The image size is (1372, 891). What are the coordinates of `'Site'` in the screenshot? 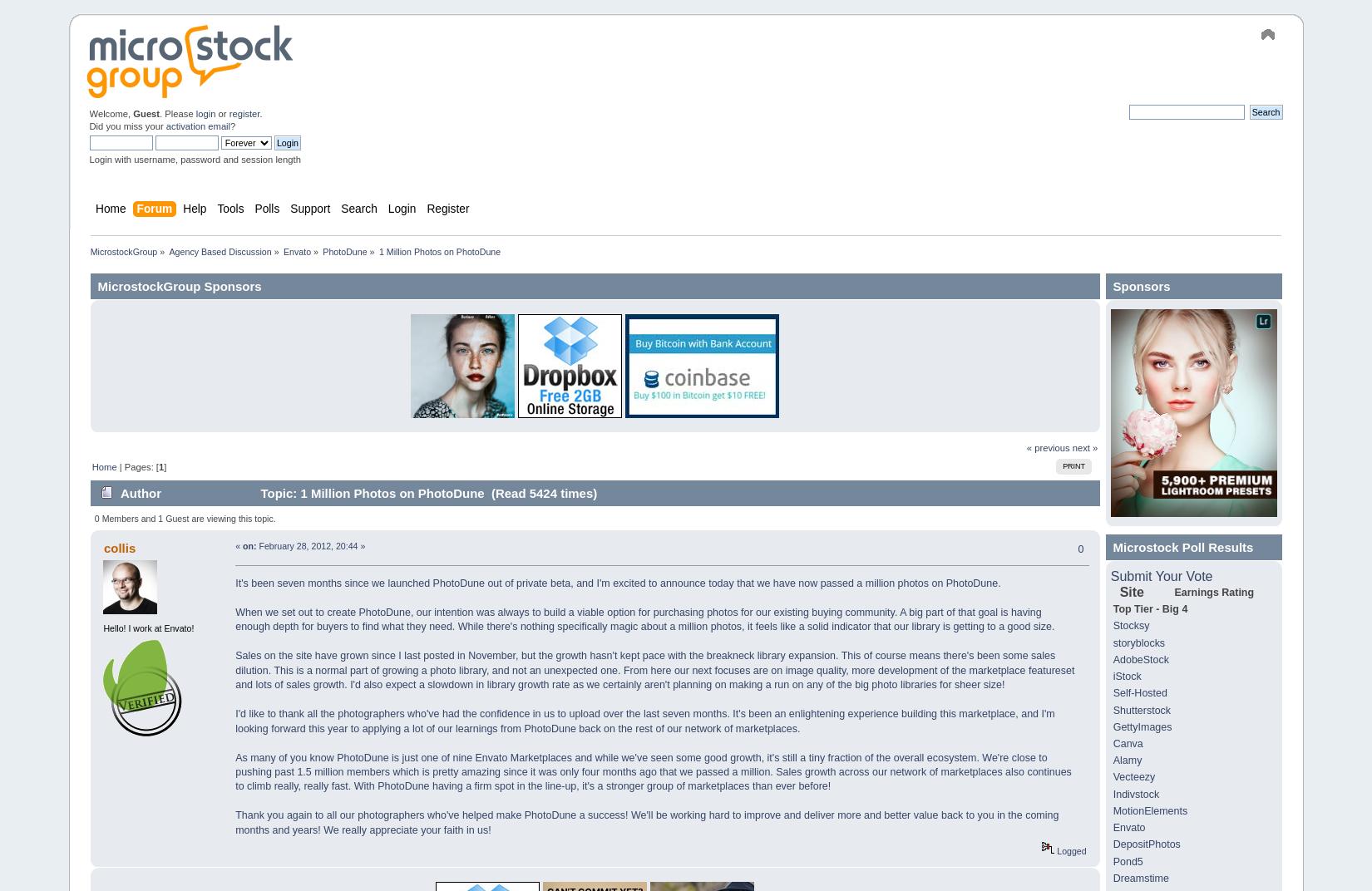 It's located at (1130, 591).